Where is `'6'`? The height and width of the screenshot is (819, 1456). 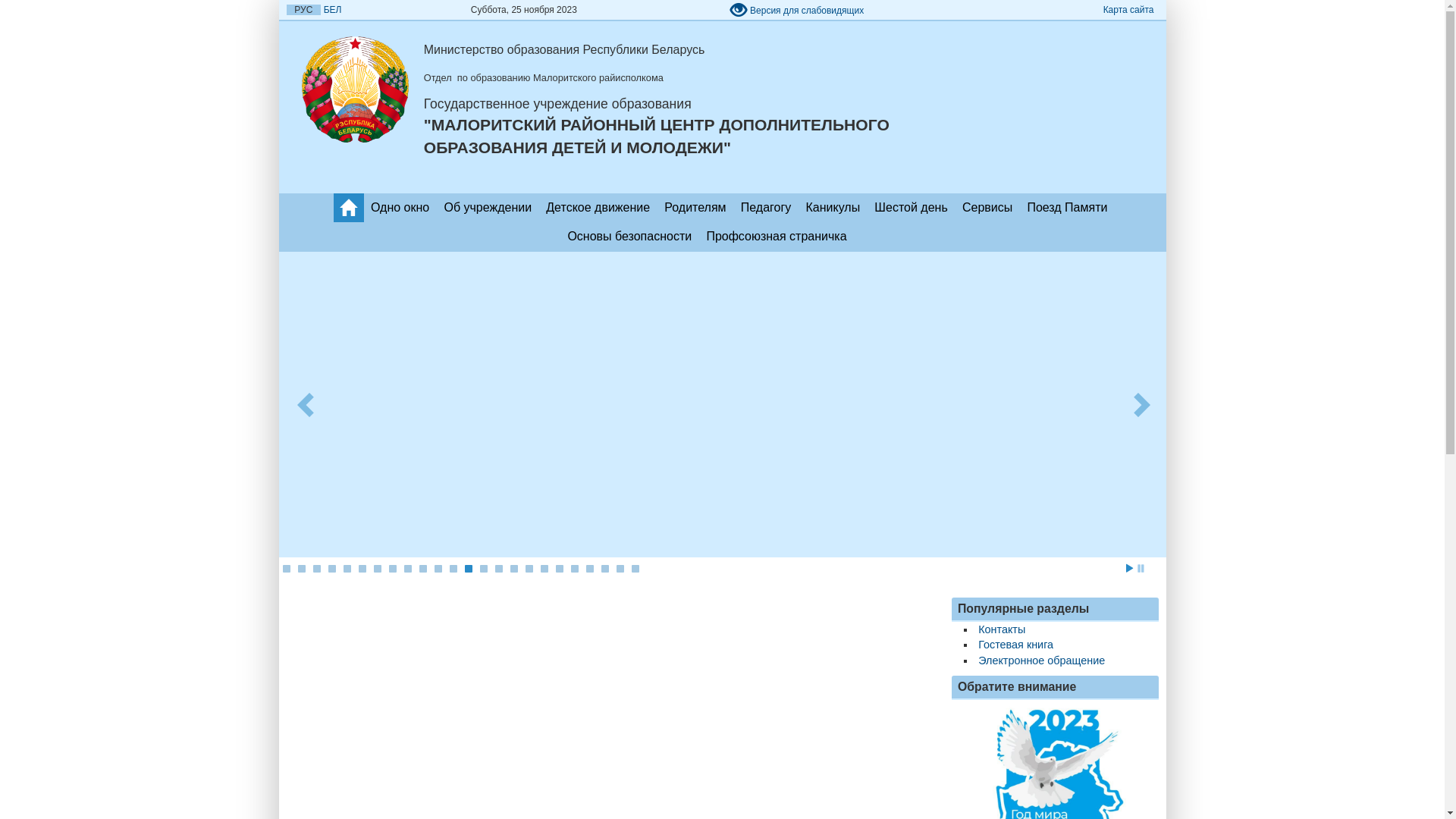
'6' is located at coordinates (360, 568).